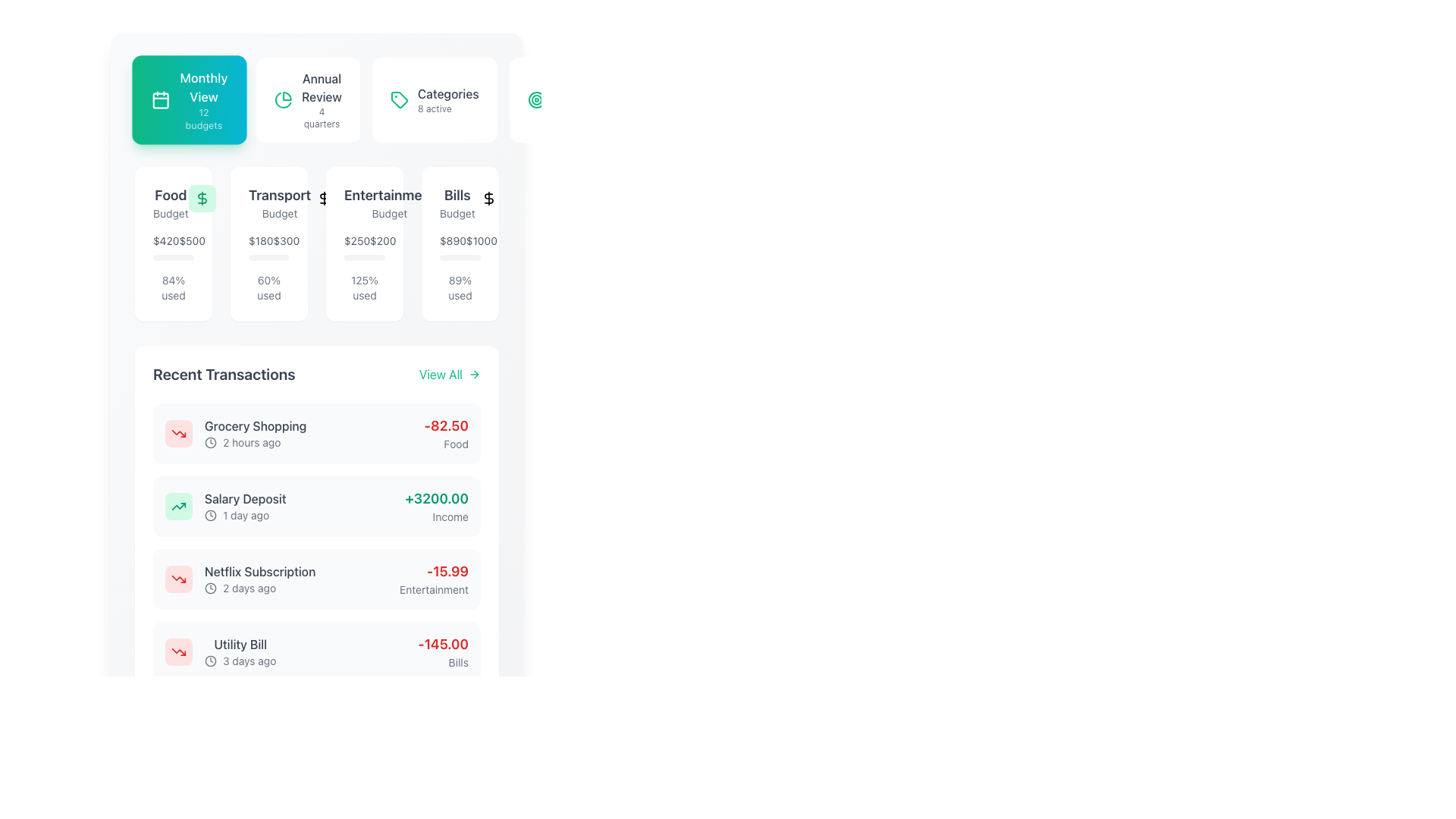 The image size is (1456, 819). What do you see at coordinates (202, 99) in the screenshot?
I see `the 'Monthly View' text element, which is located within a card component at the top left of the main interface, just below the category buttons` at bounding box center [202, 99].